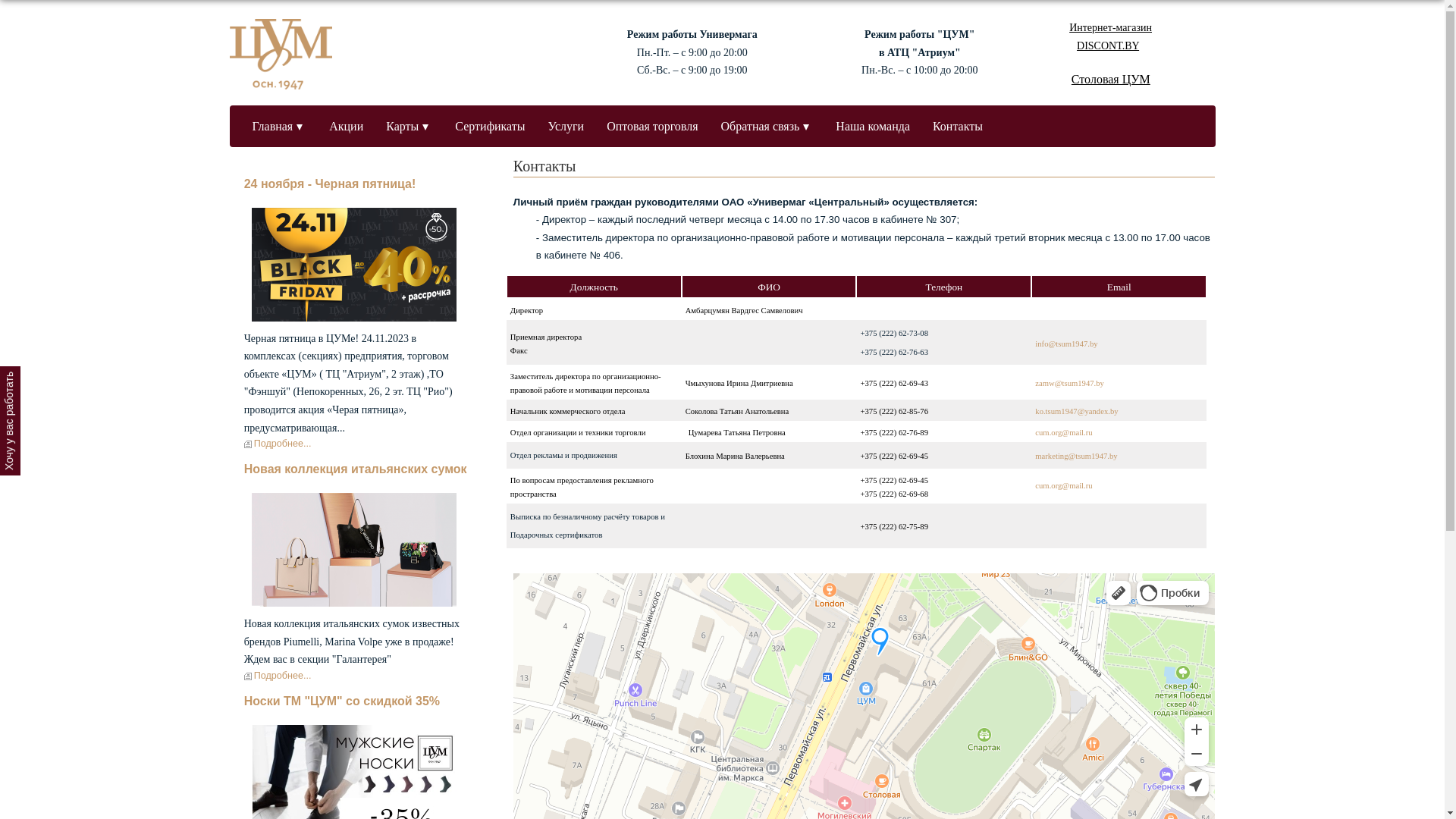 Image resolution: width=1456 pixels, height=819 pixels. What do you see at coordinates (1075, 459) in the screenshot?
I see `'marketing@tsum1947.by'` at bounding box center [1075, 459].